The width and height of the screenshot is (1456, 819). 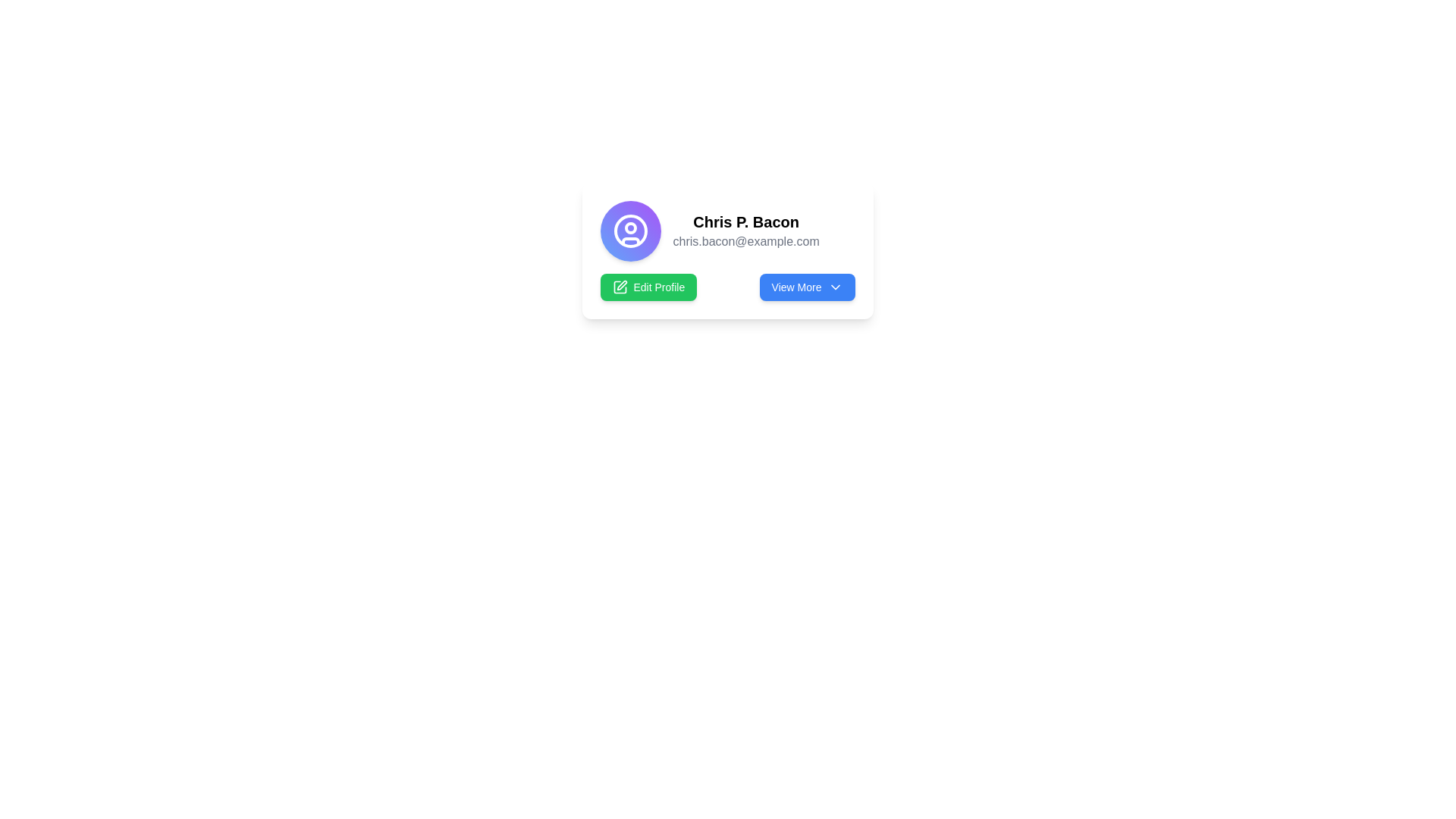 I want to click on the static text displaying 'chris.bacon@example.com' which is located directly beneath 'Chris P. Bacon', so click(x=746, y=241).